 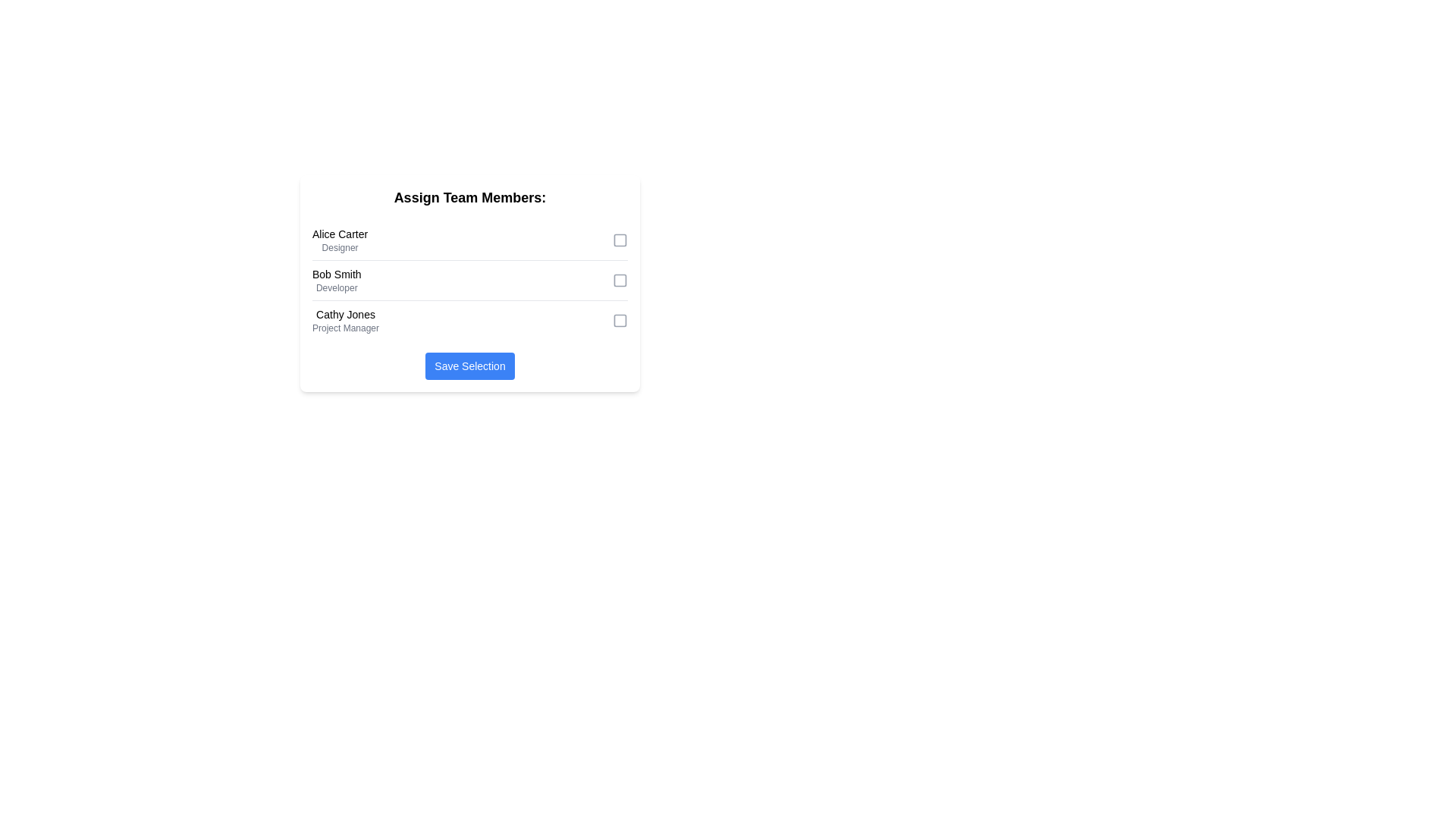 What do you see at coordinates (336, 288) in the screenshot?
I see `the text label displaying 'Developer' in a small, gray font, which is positioned below 'Bob Smith' in the 'Assign Team Members' section` at bounding box center [336, 288].